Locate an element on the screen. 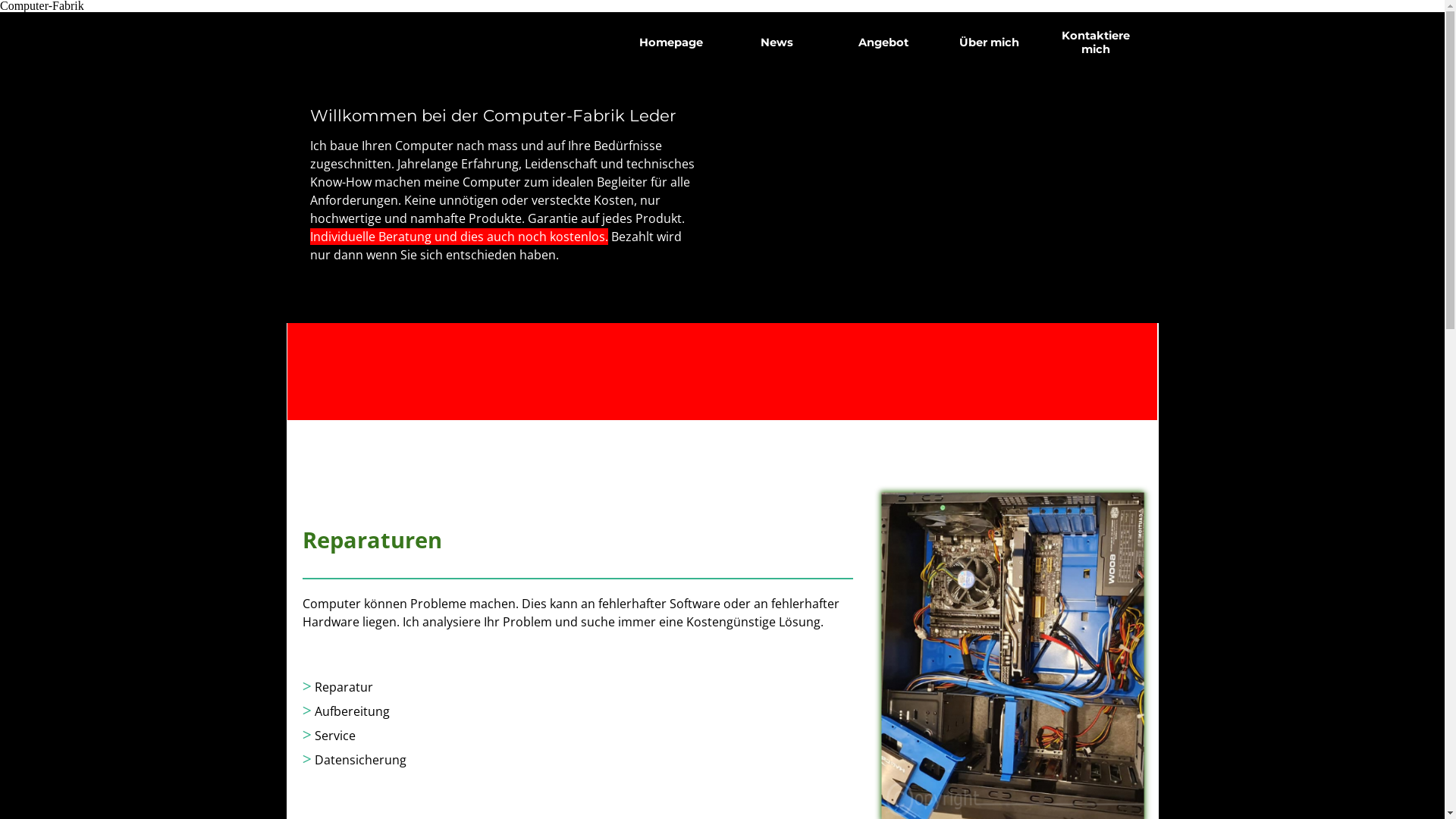 The height and width of the screenshot is (819, 1456). 'News' is located at coordinates (776, 42).